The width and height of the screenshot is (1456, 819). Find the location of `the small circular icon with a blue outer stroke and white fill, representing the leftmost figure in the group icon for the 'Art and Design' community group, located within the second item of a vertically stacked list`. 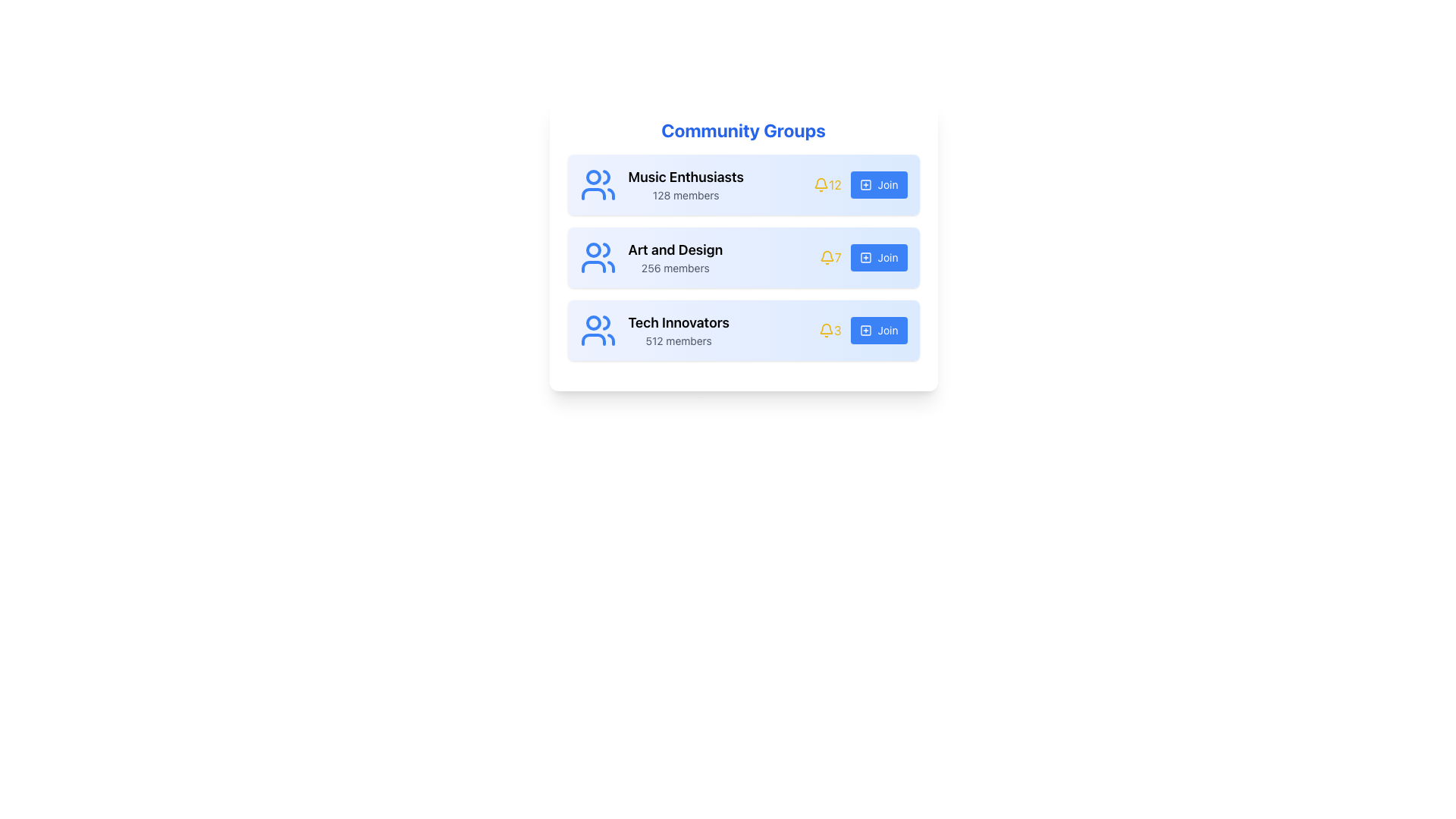

the small circular icon with a blue outer stroke and white fill, representing the leftmost figure in the group icon for the 'Art and Design' community group, located within the second item of a vertically stacked list is located at coordinates (592, 249).